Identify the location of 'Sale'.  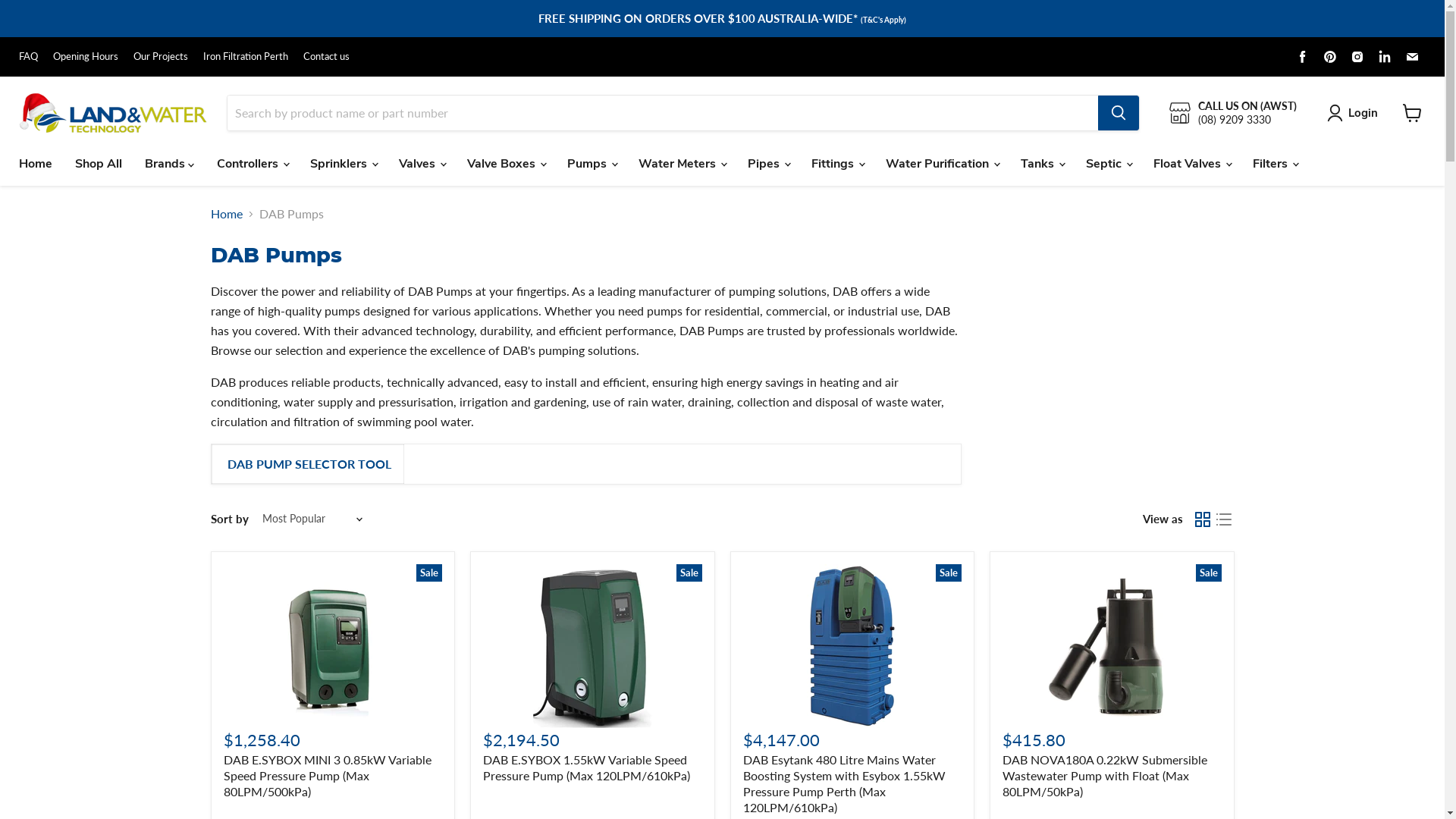
(1112, 646).